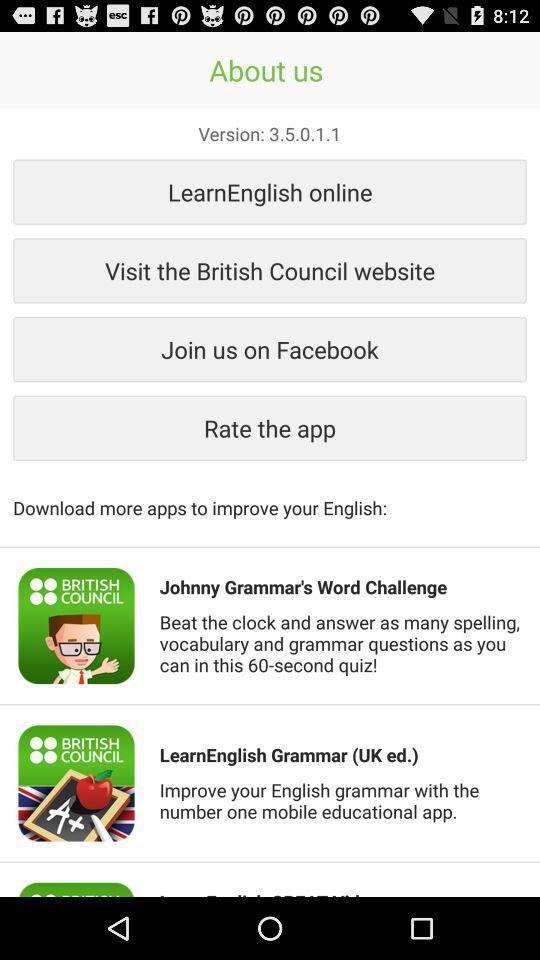 The image size is (540, 960). Describe the element at coordinates (270, 349) in the screenshot. I see `button above rate the app item` at that location.